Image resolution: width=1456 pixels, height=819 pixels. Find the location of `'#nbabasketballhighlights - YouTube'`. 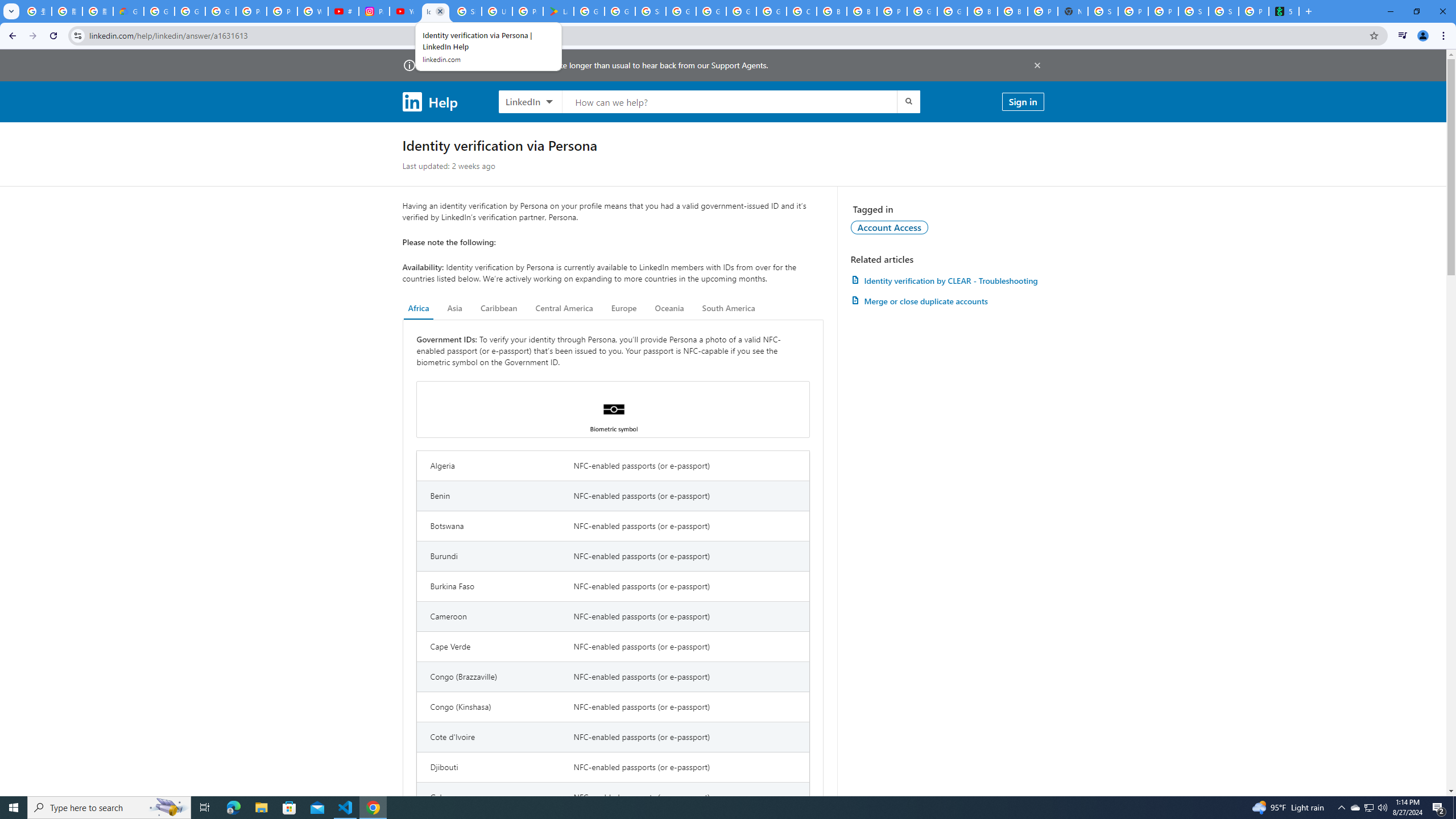

'#nbabasketballhighlights - YouTube' is located at coordinates (343, 11).